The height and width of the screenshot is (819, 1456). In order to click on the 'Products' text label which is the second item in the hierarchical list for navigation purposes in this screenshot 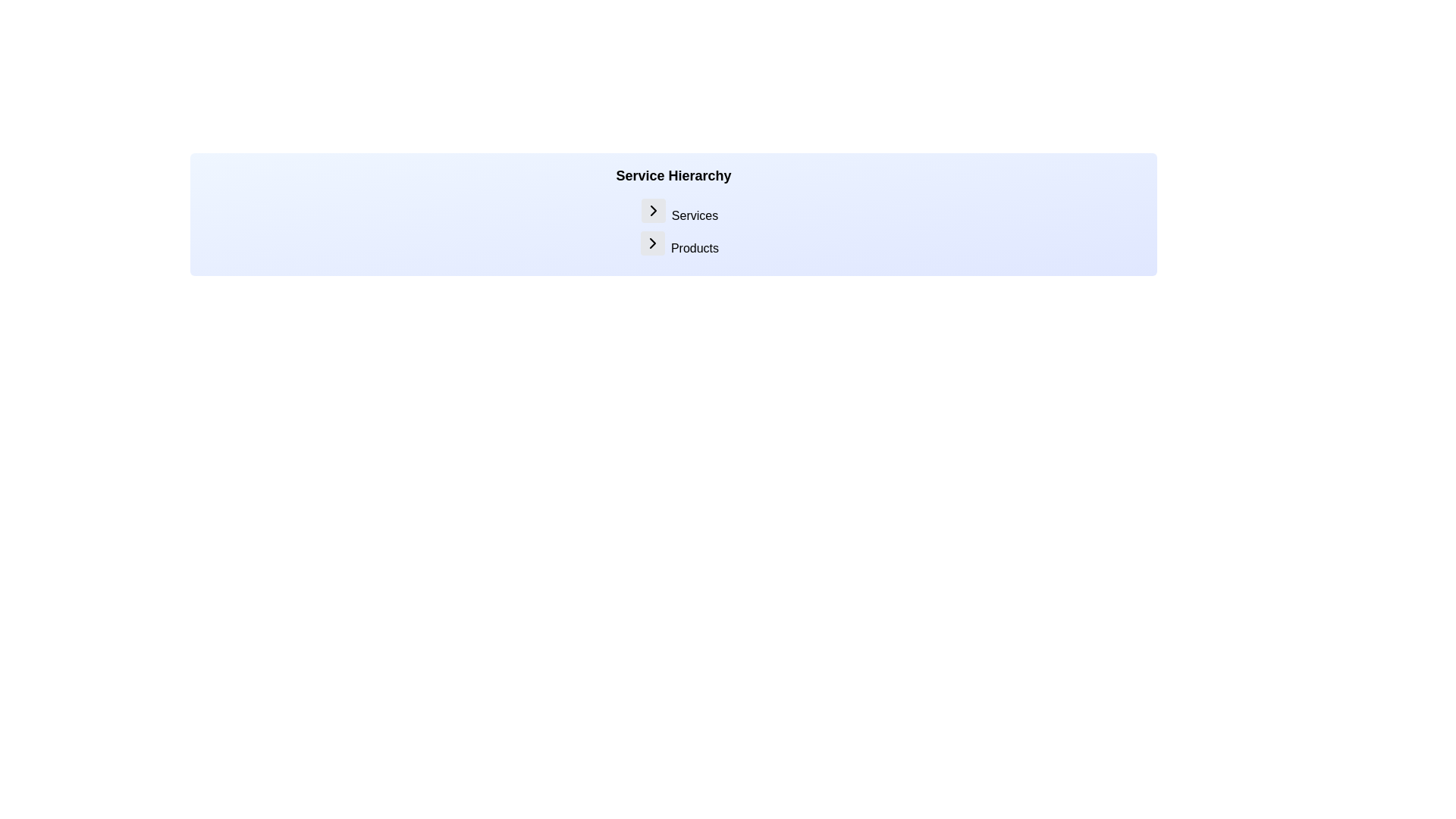, I will do `click(679, 243)`.